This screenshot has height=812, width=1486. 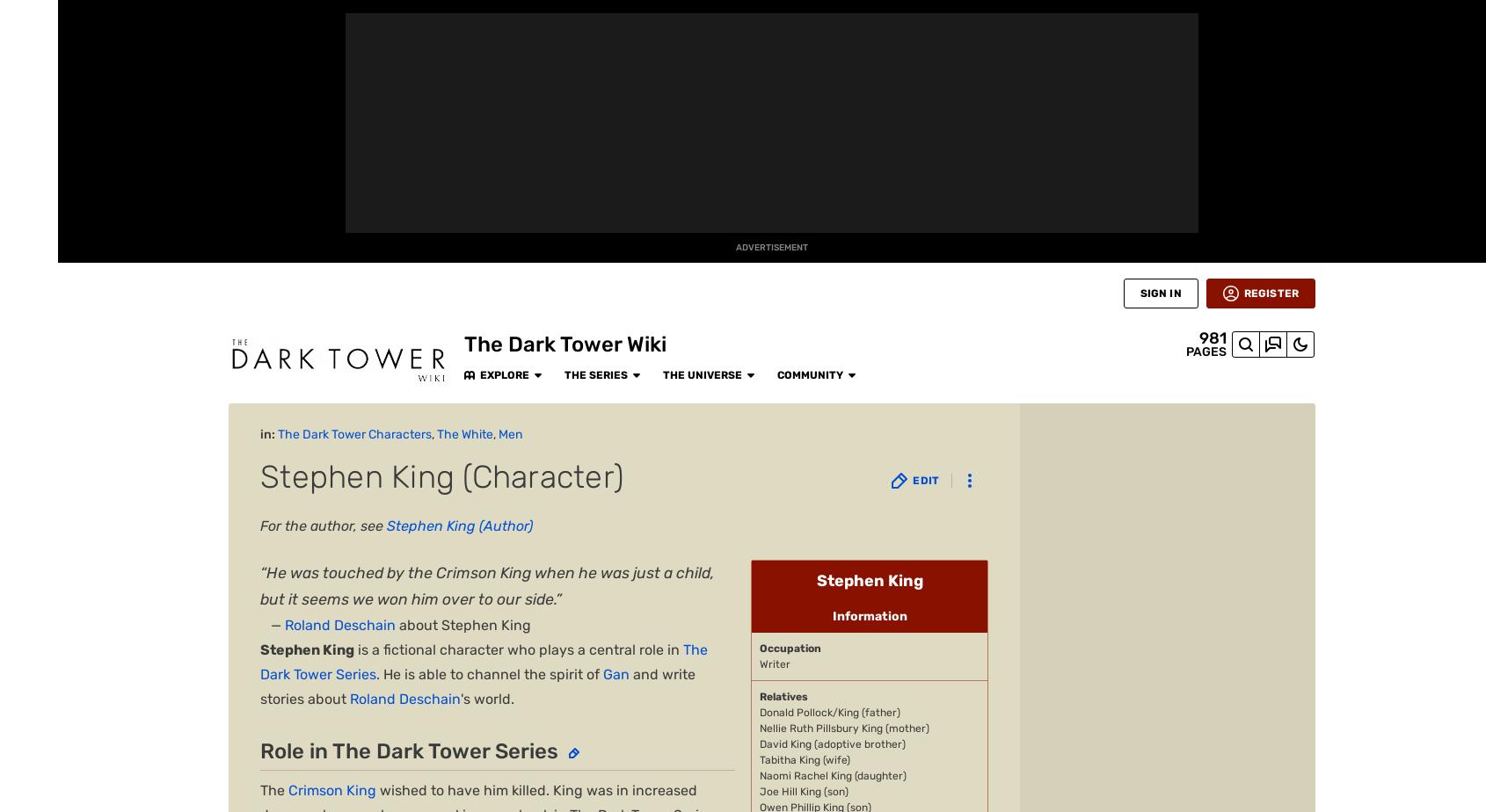 I want to click on 'Deadlights', so click(x=351, y=524).